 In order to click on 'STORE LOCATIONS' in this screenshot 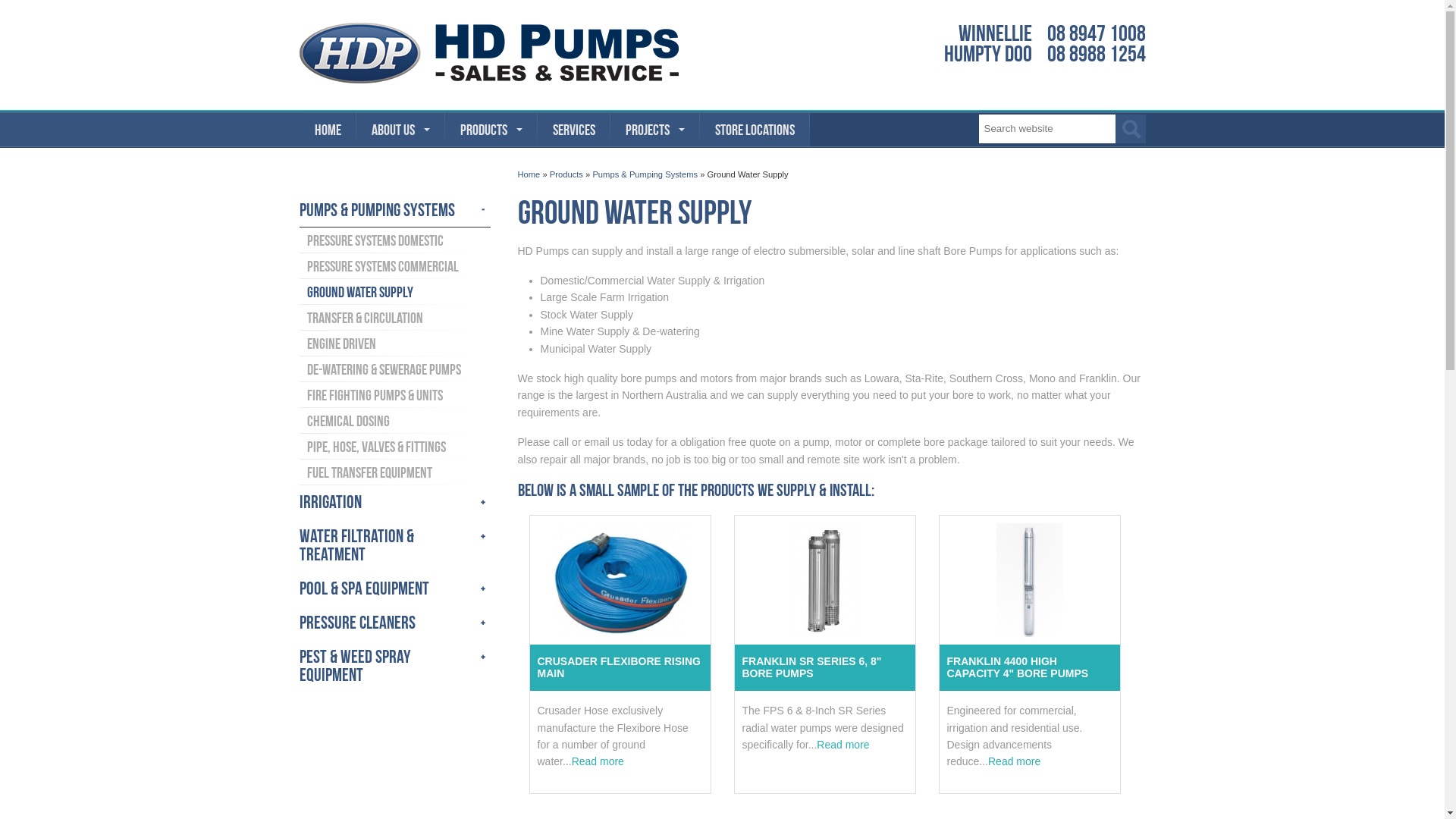, I will do `click(698, 128)`.